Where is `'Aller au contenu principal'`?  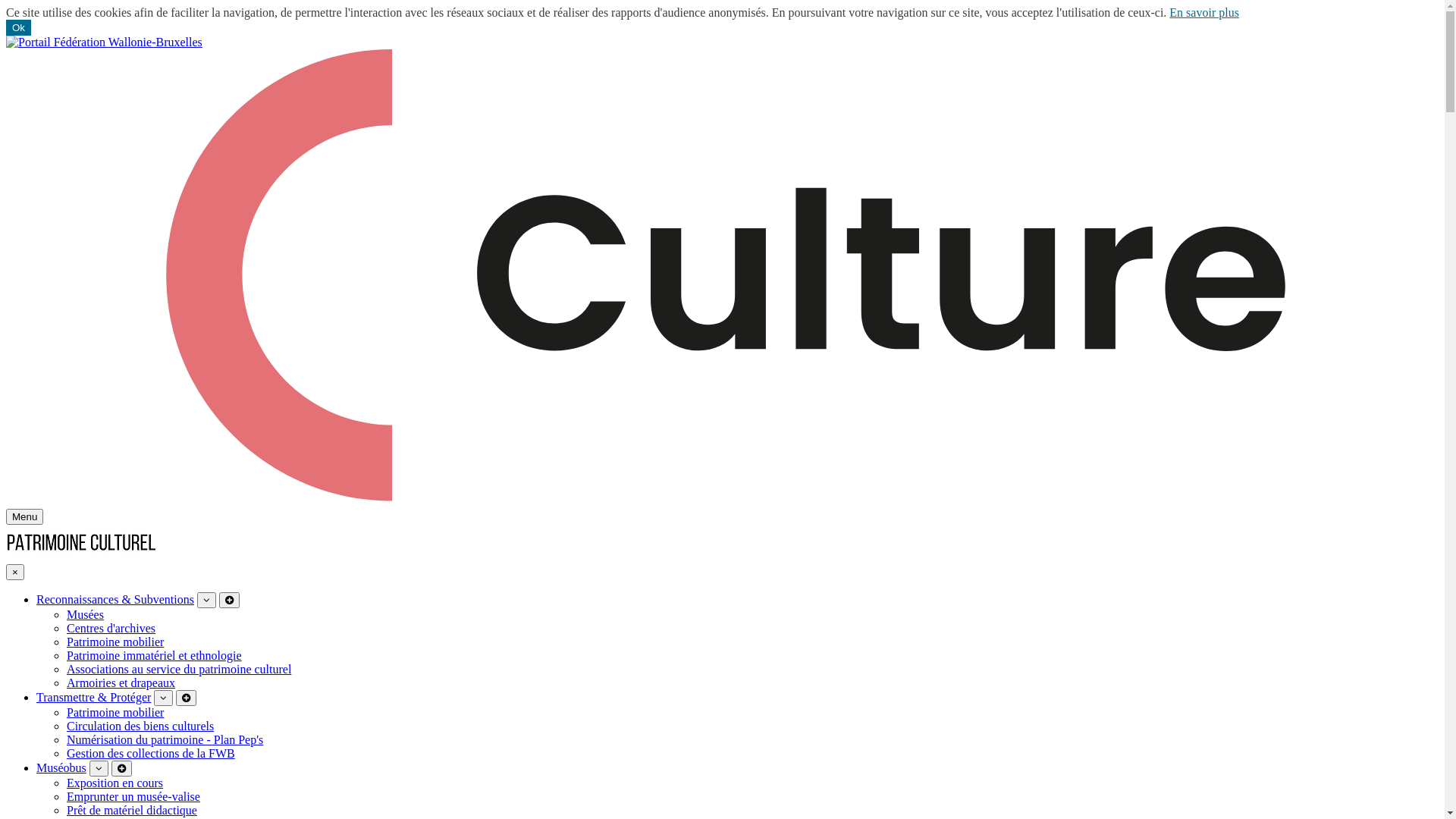
'Aller au contenu principal' is located at coordinates (5, 34).